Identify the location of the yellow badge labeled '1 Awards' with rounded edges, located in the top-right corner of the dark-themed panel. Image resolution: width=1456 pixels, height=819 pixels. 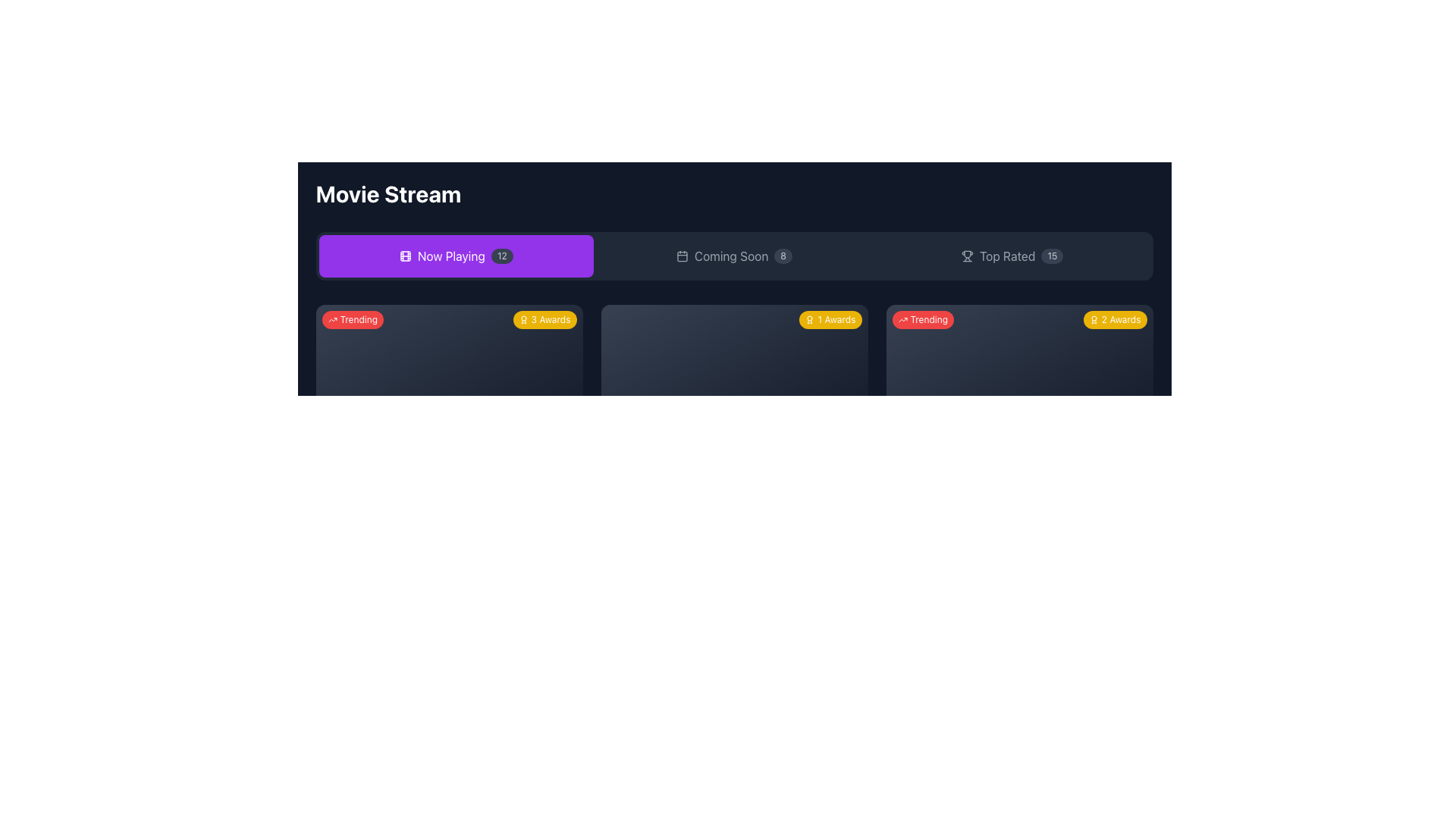
(830, 318).